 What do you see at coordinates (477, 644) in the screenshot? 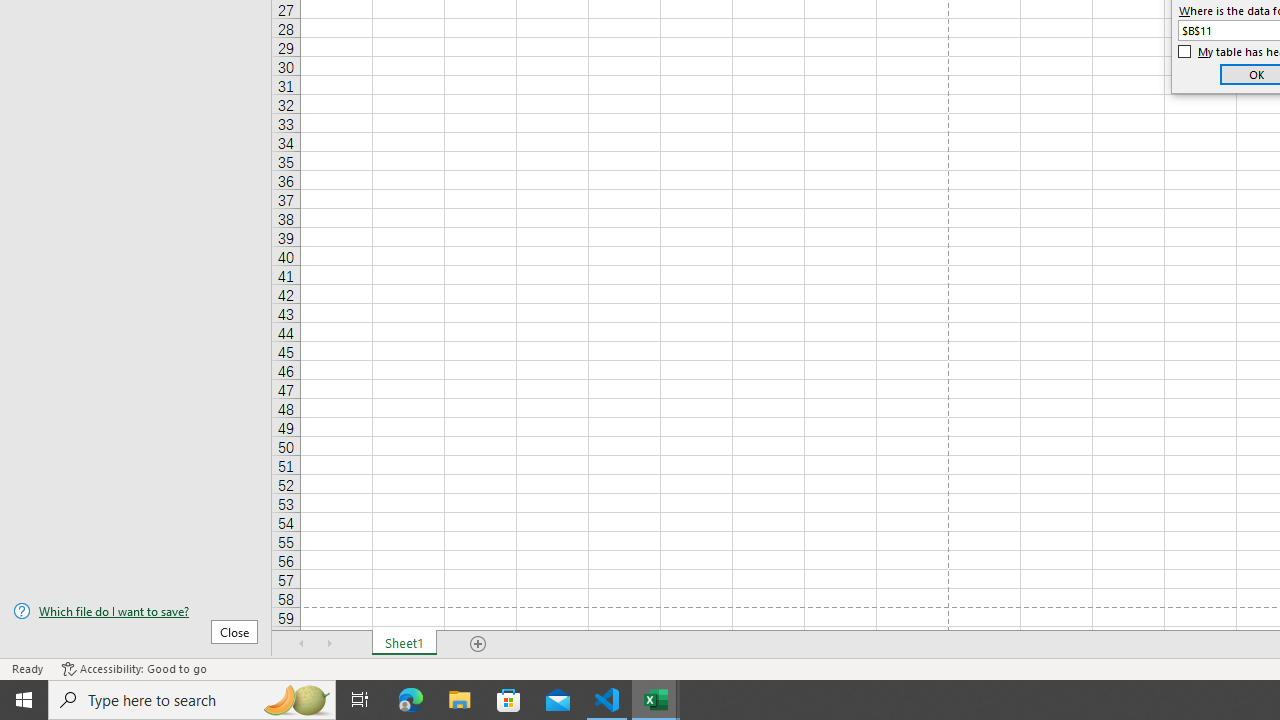
I see `'Add Sheet'` at bounding box center [477, 644].